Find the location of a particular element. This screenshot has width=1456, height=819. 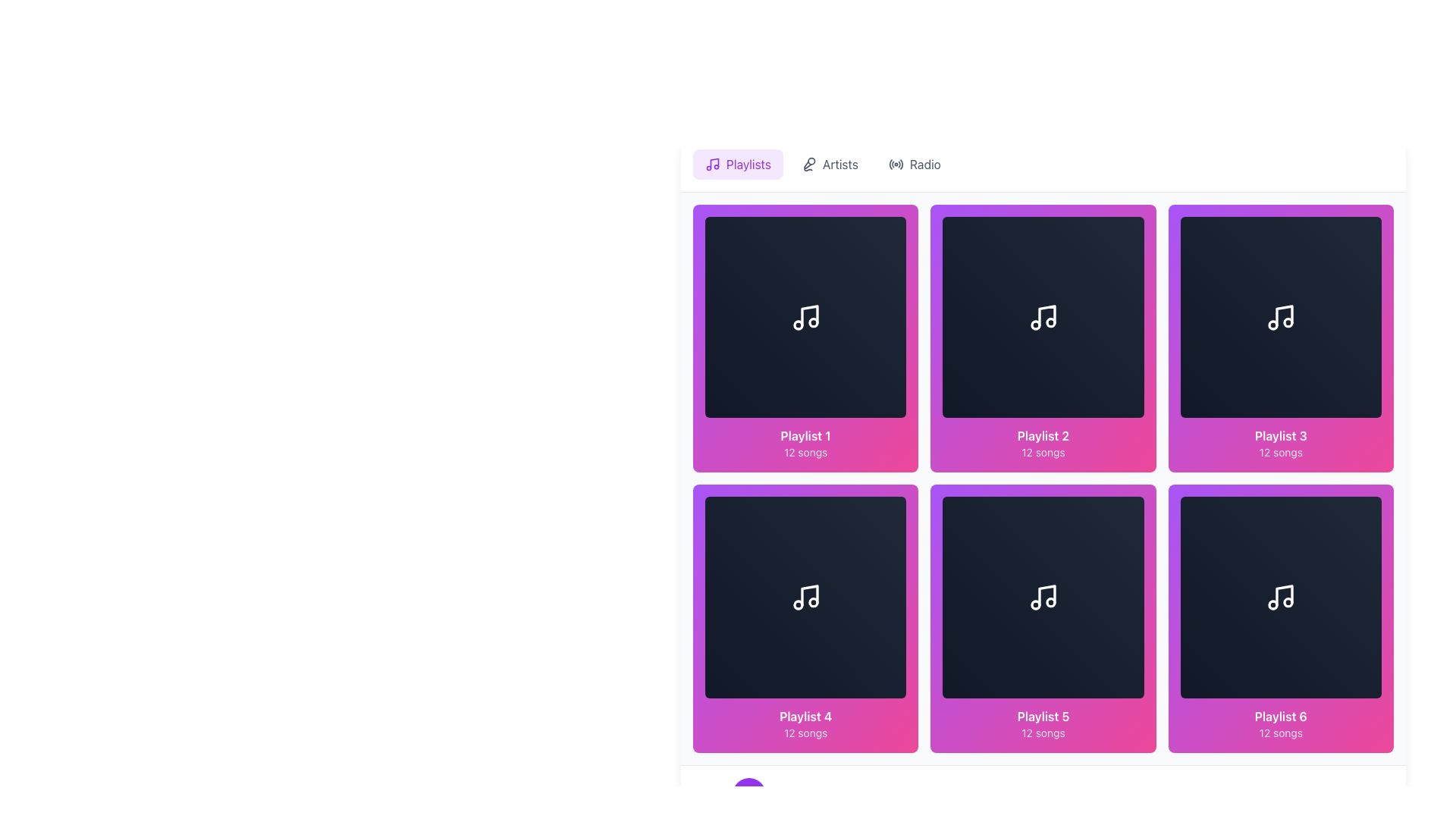

the musical note icon within the 'Playlists' button located in the upper-left corner of the interface is located at coordinates (712, 164).